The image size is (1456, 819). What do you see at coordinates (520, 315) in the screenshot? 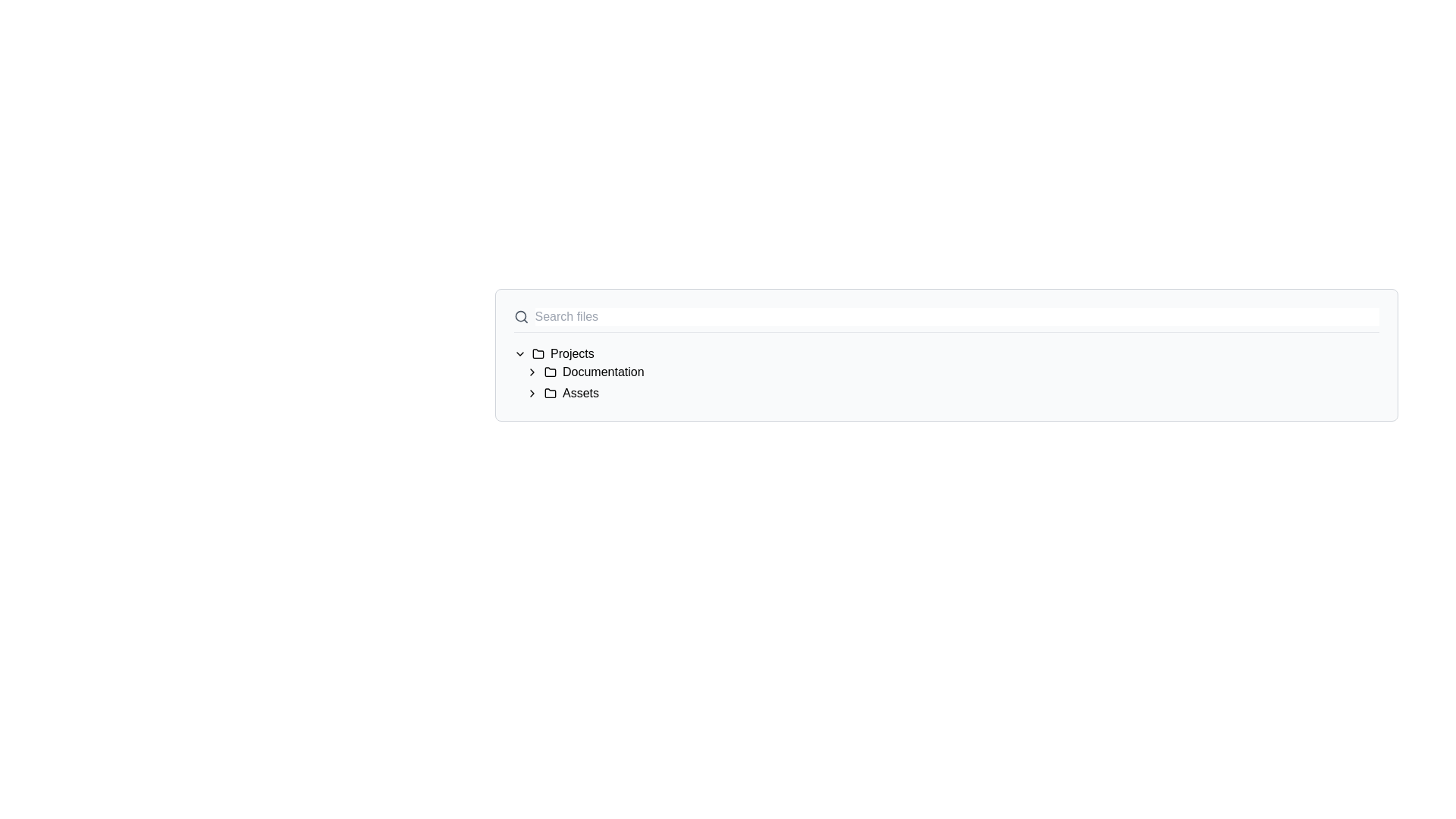
I see `the circular part of the SVG magnifying glass icon located in the upper-left section of the interface above the expandable list` at bounding box center [520, 315].